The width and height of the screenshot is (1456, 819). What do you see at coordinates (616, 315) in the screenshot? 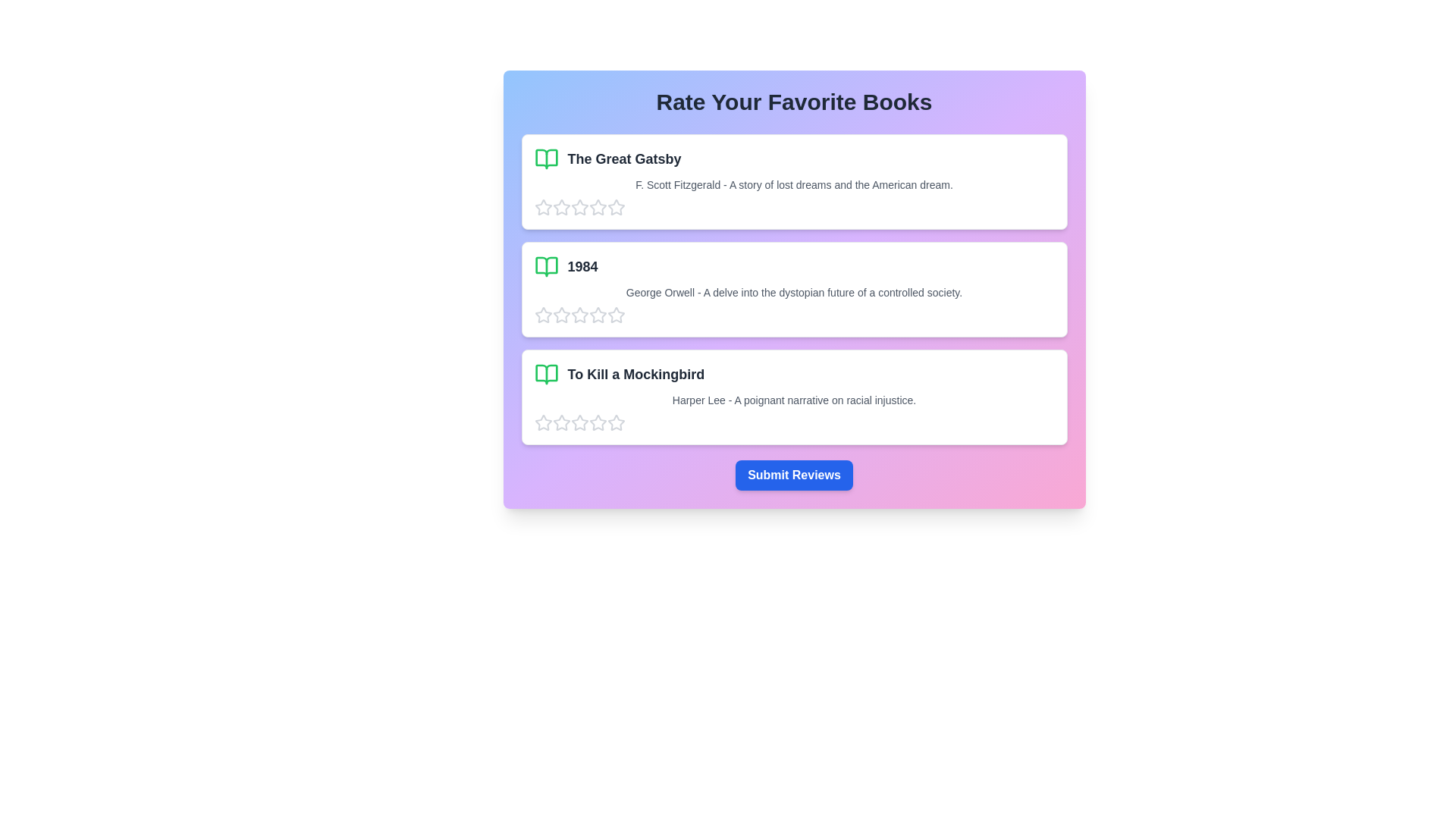
I see `the star corresponding to 5 for the book titled 1984` at bounding box center [616, 315].